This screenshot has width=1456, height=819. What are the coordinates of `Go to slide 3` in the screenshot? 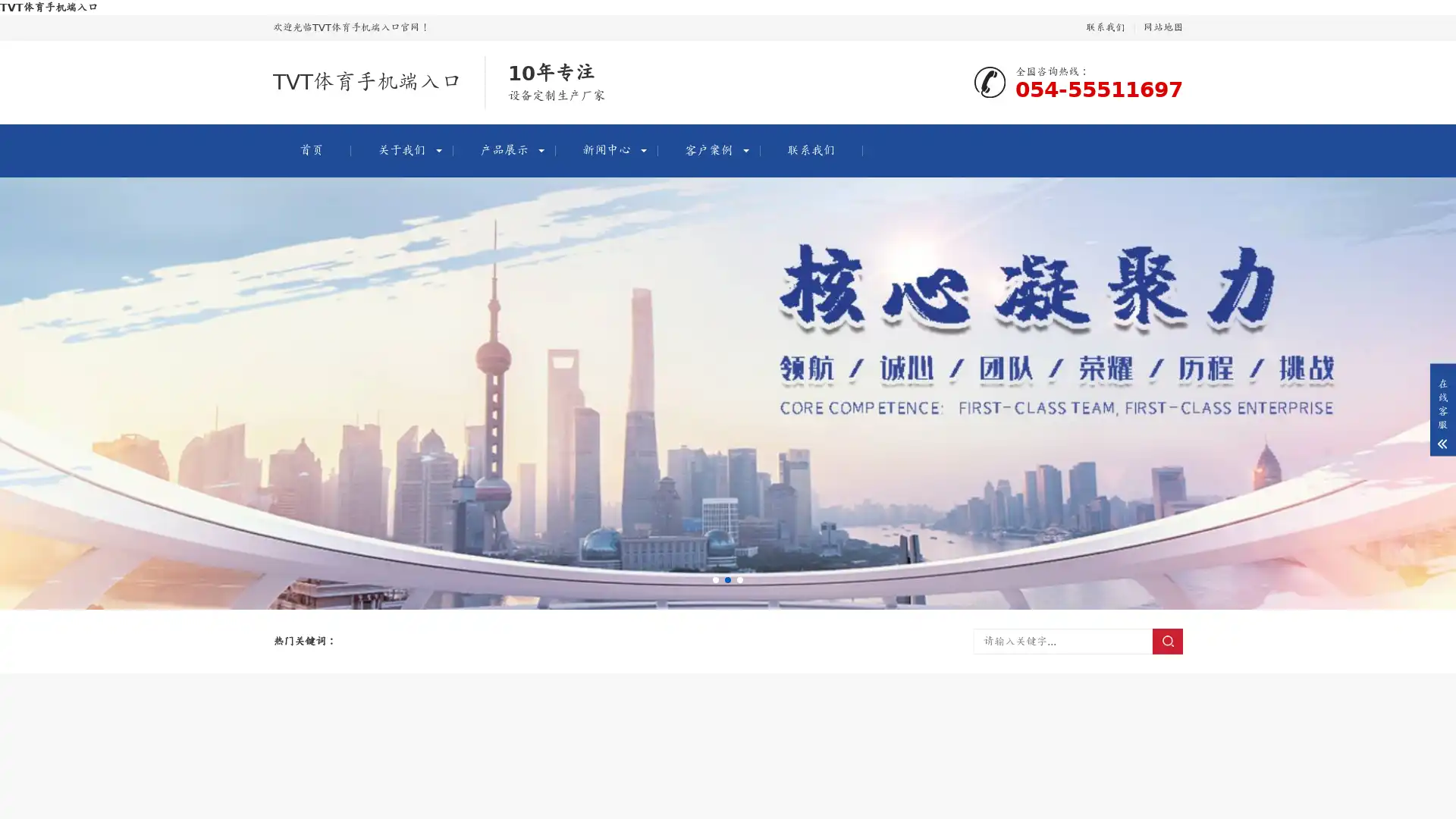 It's located at (739, 579).